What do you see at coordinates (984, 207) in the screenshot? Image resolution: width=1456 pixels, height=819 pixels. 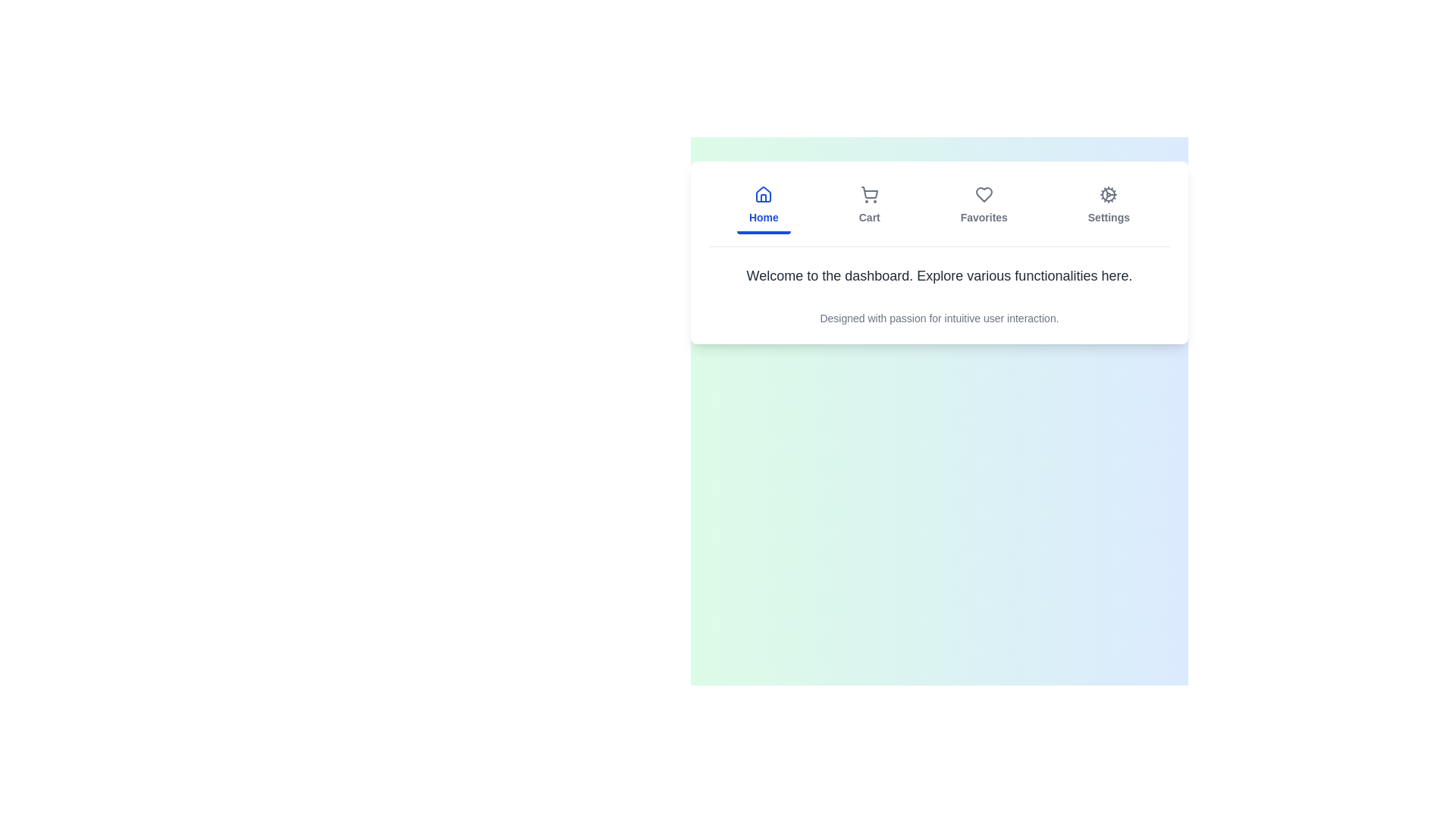 I see `the 'Favorites' navigation button located in the top horizontal navigation bar, which is the third item between 'Cart' and 'Settings'` at bounding box center [984, 207].